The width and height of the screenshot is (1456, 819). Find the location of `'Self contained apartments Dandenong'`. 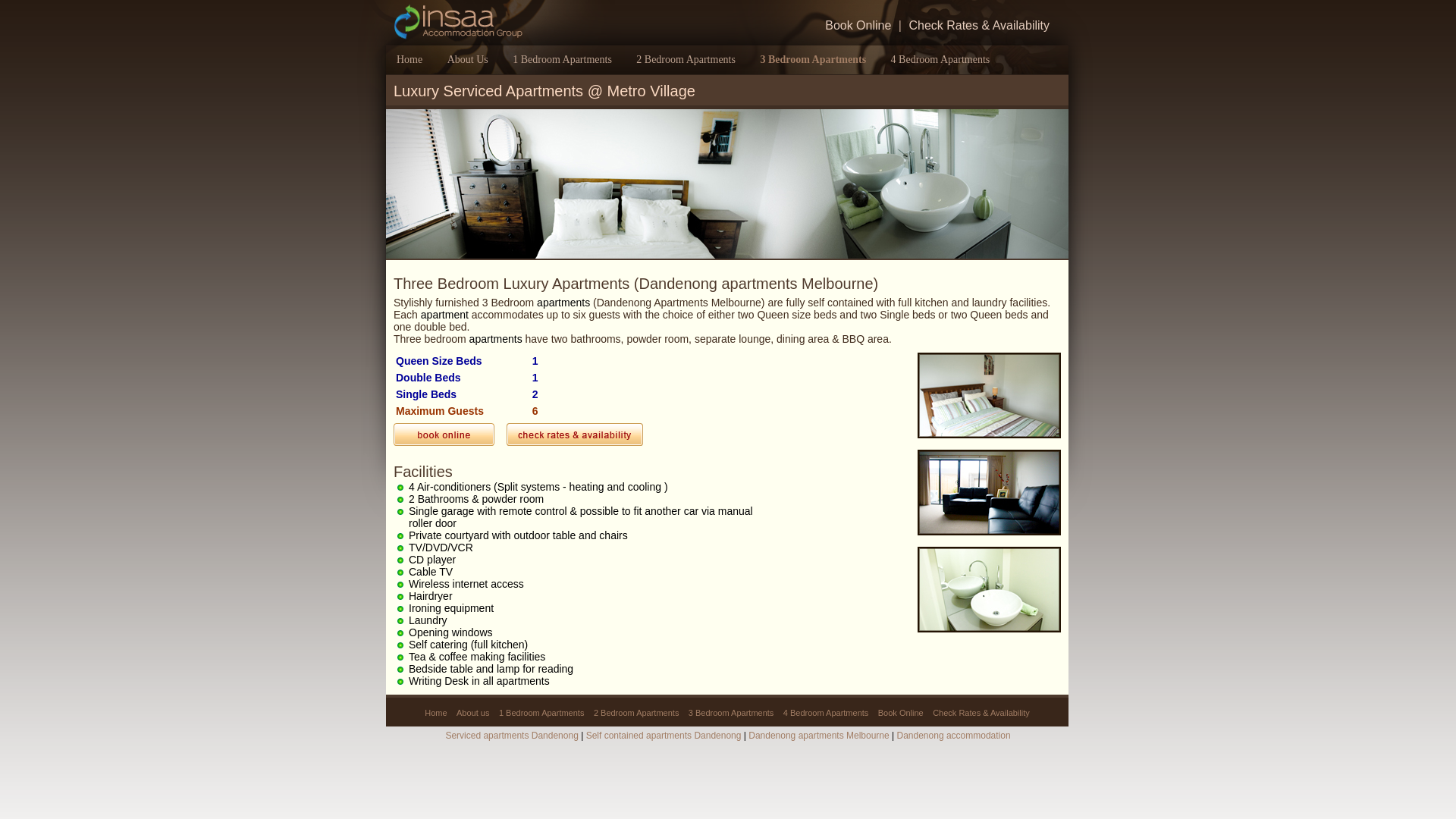

'Self contained apartments Dandenong' is located at coordinates (664, 734).